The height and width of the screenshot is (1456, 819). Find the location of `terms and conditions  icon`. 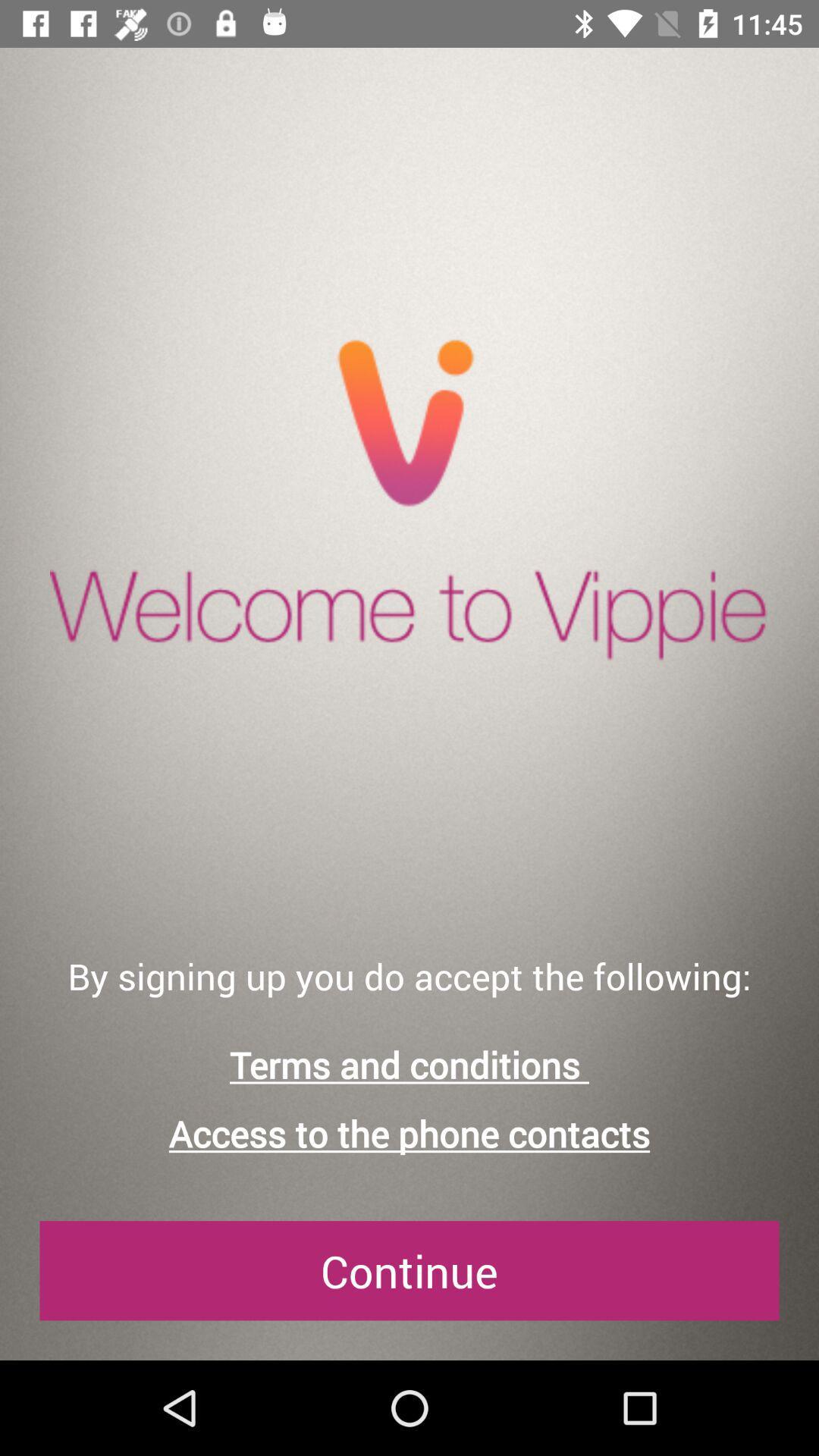

terms and conditions  icon is located at coordinates (409, 1064).